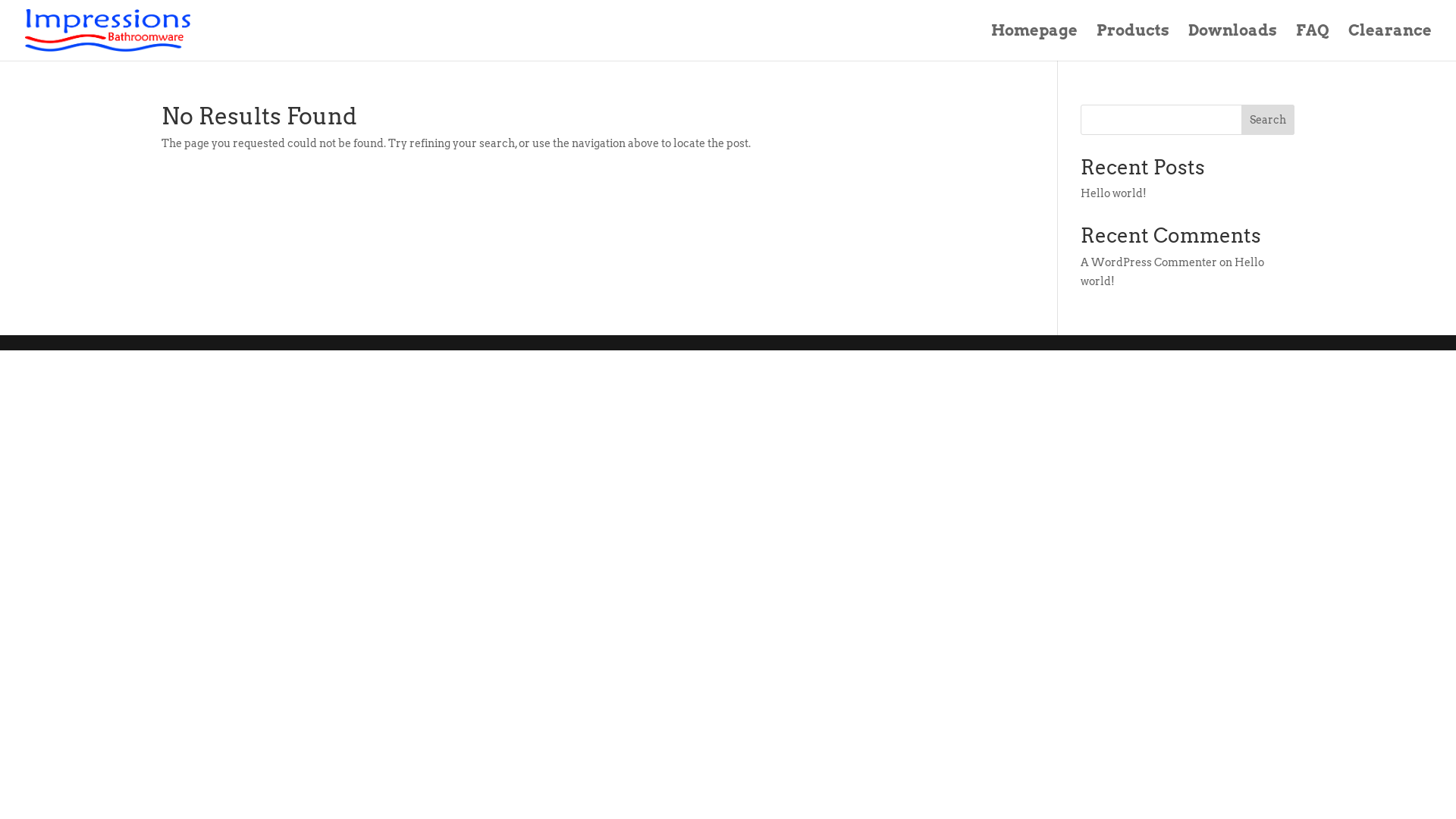 The height and width of the screenshot is (819, 1456). What do you see at coordinates (1232, 42) in the screenshot?
I see `'Downloads'` at bounding box center [1232, 42].